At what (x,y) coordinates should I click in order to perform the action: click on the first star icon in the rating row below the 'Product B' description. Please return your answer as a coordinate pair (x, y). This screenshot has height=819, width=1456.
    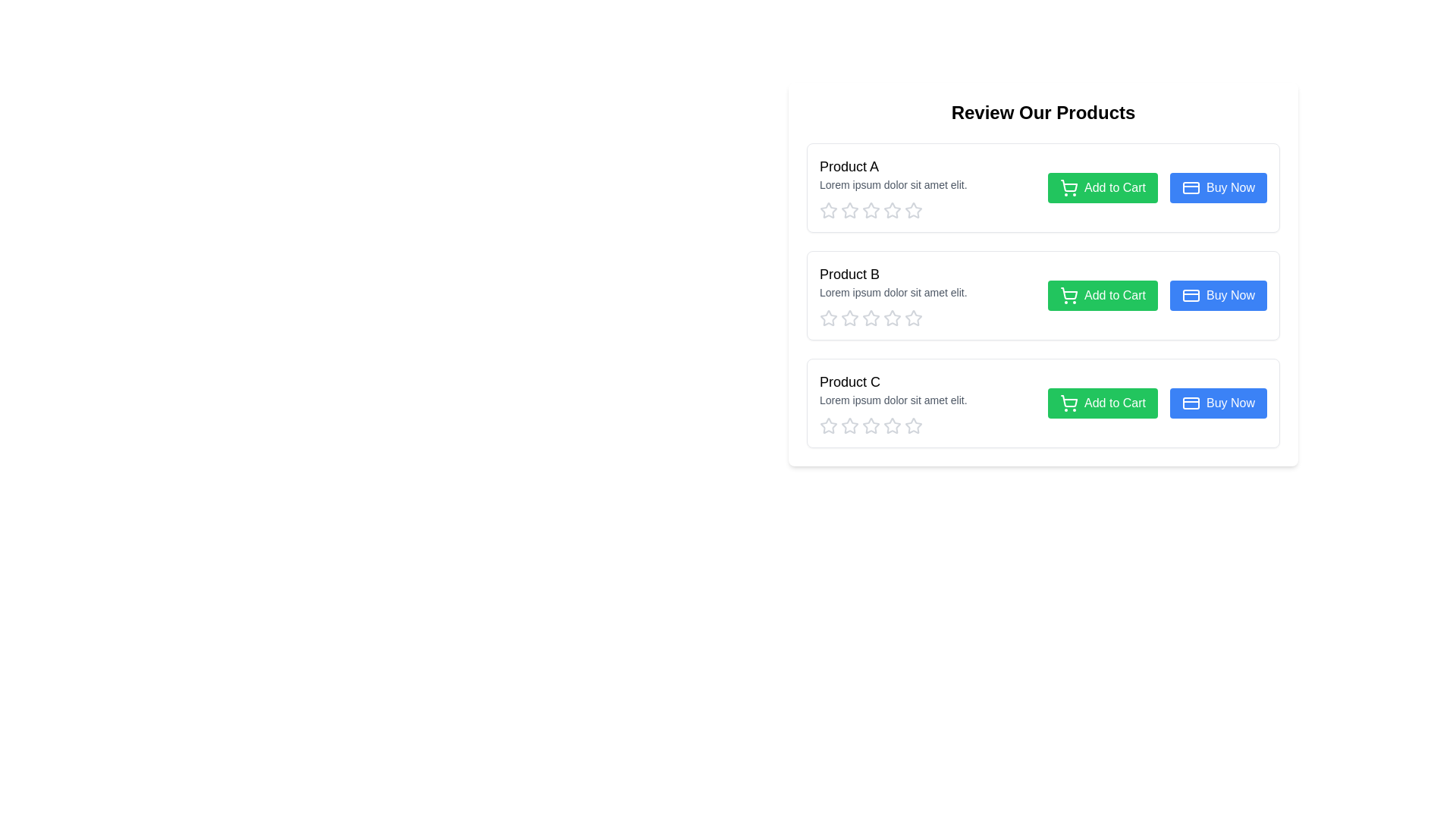
    Looking at the image, I should click on (828, 318).